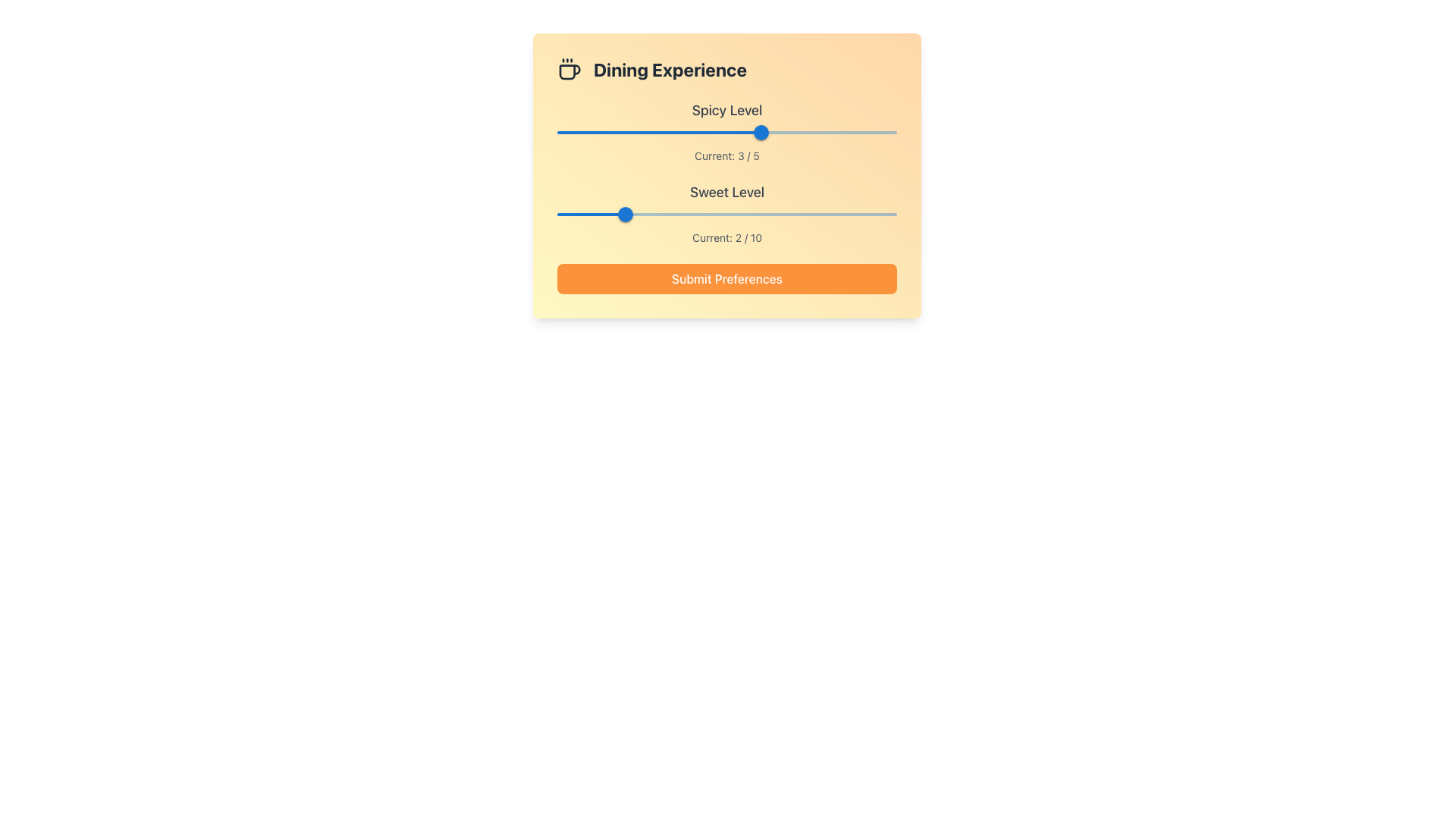 Image resolution: width=1456 pixels, height=819 pixels. I want to click on the spicy level, so click(556, 131).